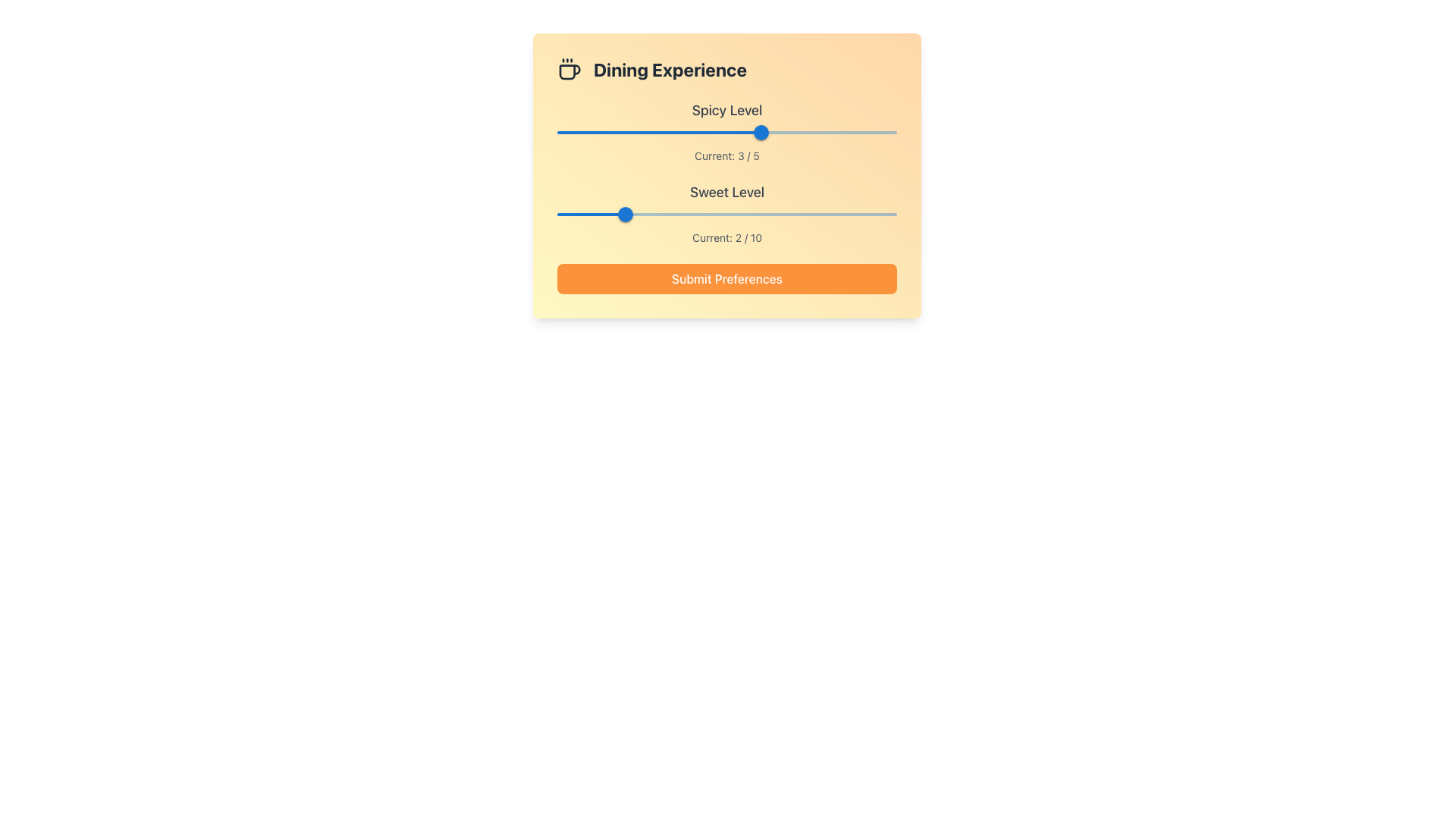 Image resolution: width=1456 pixels, height=819 pixels. I want to click on the spicy level, so click(556, 131).